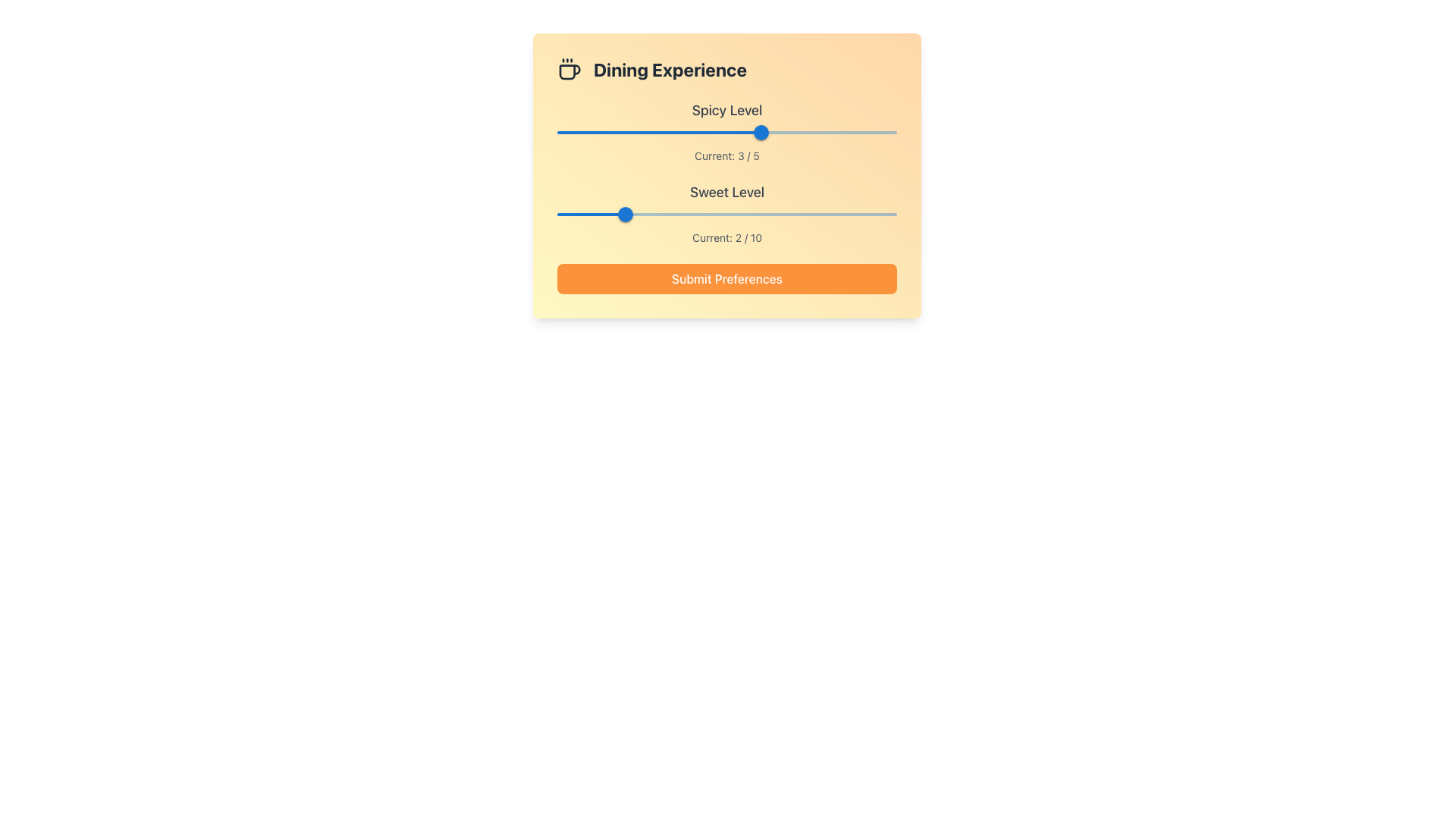 Image resolution: width=1456 pixels, height=819 pixels. I want to click on the spicy level, so click(556, 131).